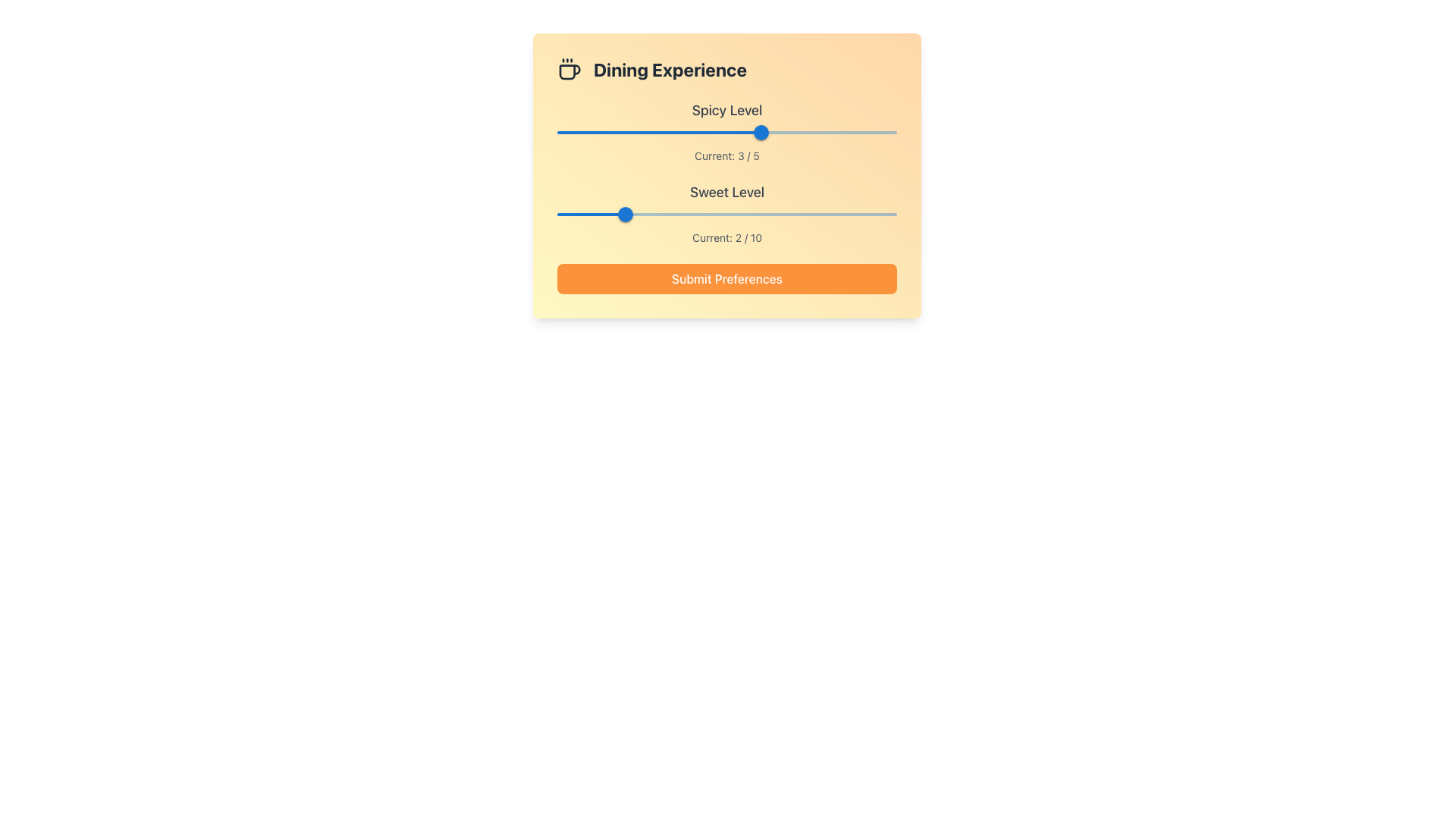 Image resolution: width=1456 pixels, height=819 pixels. I want to click on the spicy level, so click(556, 131).